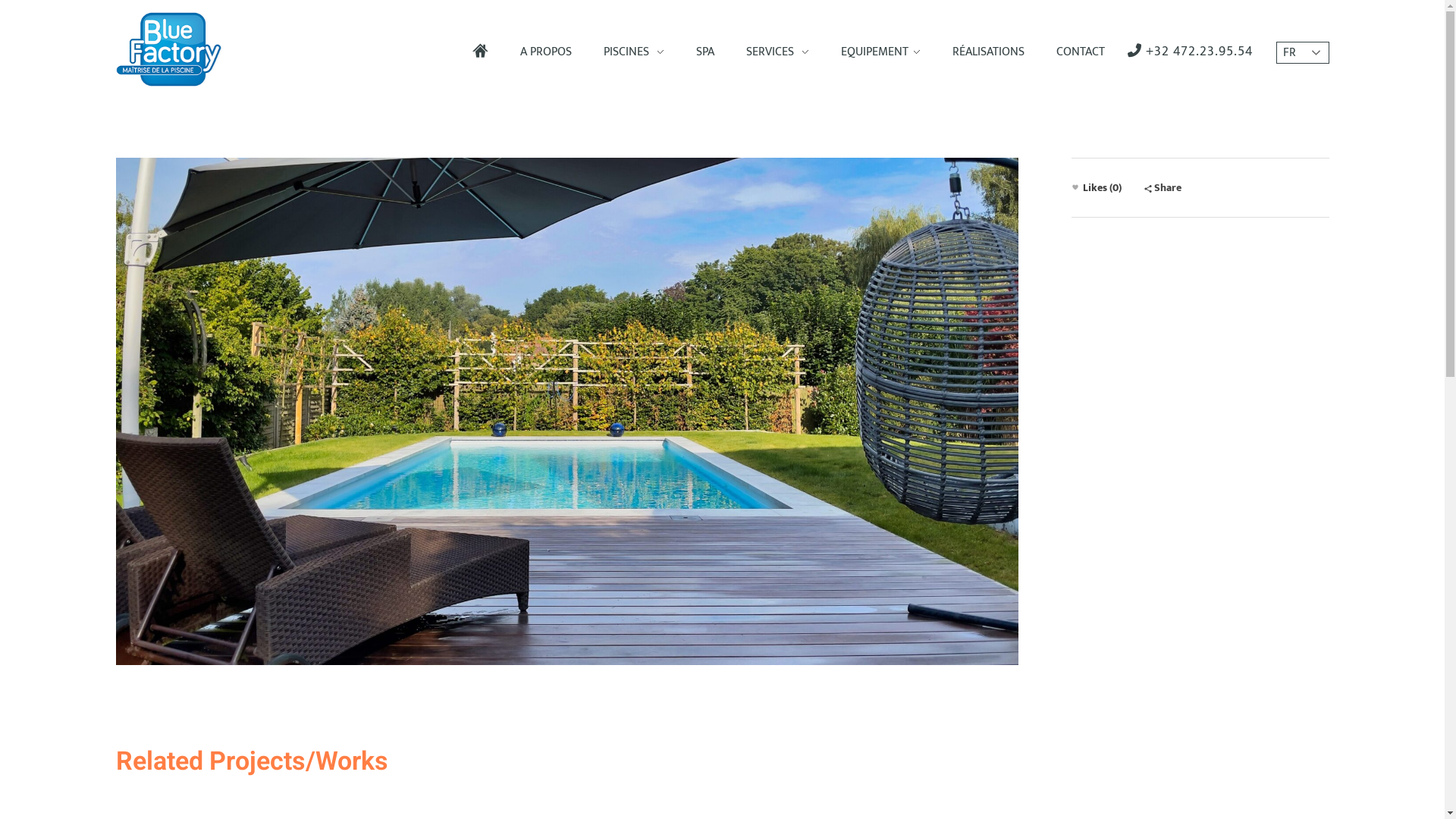  Describe the element at coordinates (1127, 51) in the screenshot. I see `'+32 472.23.95.54'` at that location.